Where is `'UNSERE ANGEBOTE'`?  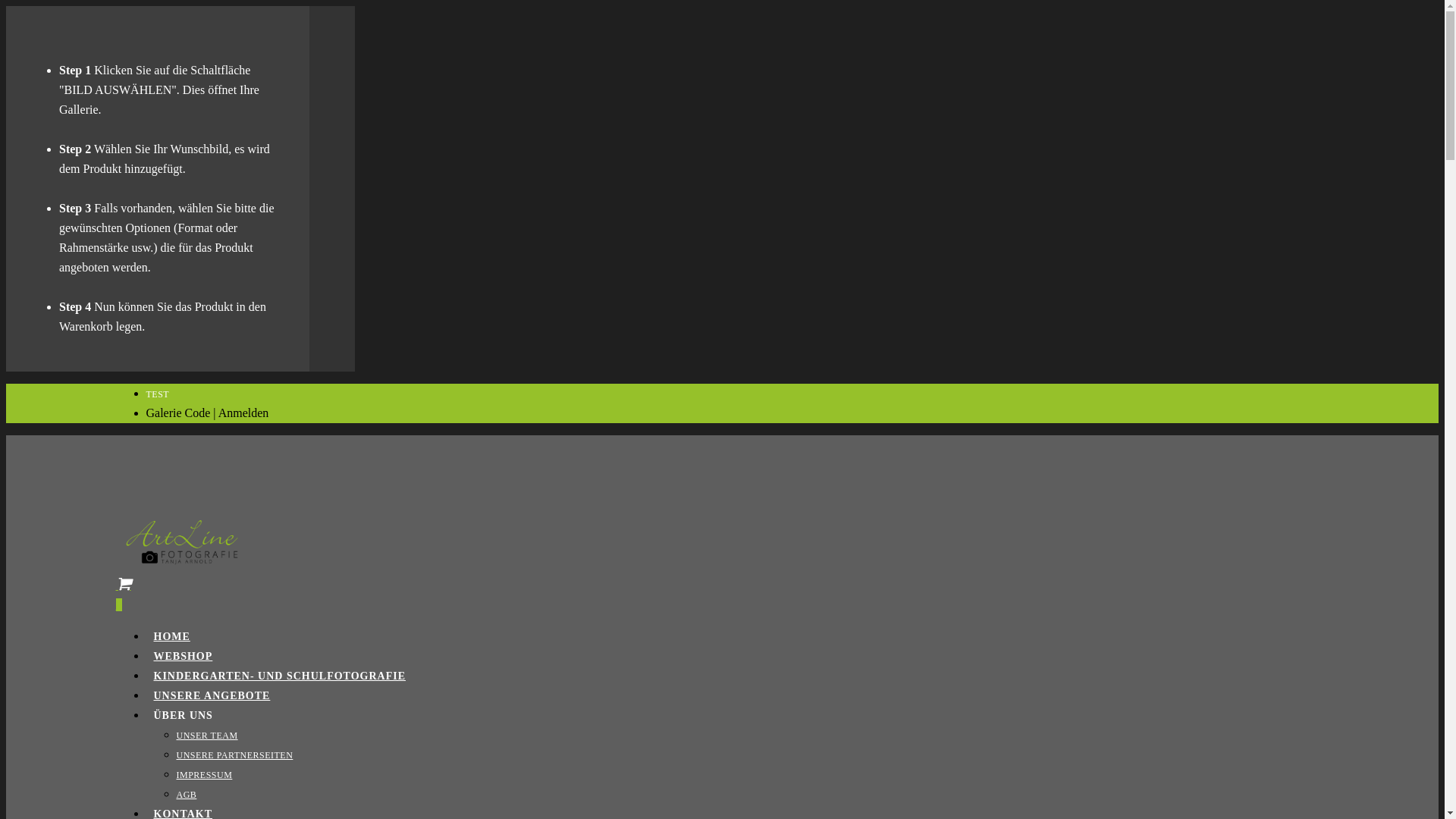
'UNSERE ANGEBOTE' is located at coordinates (210, 696).